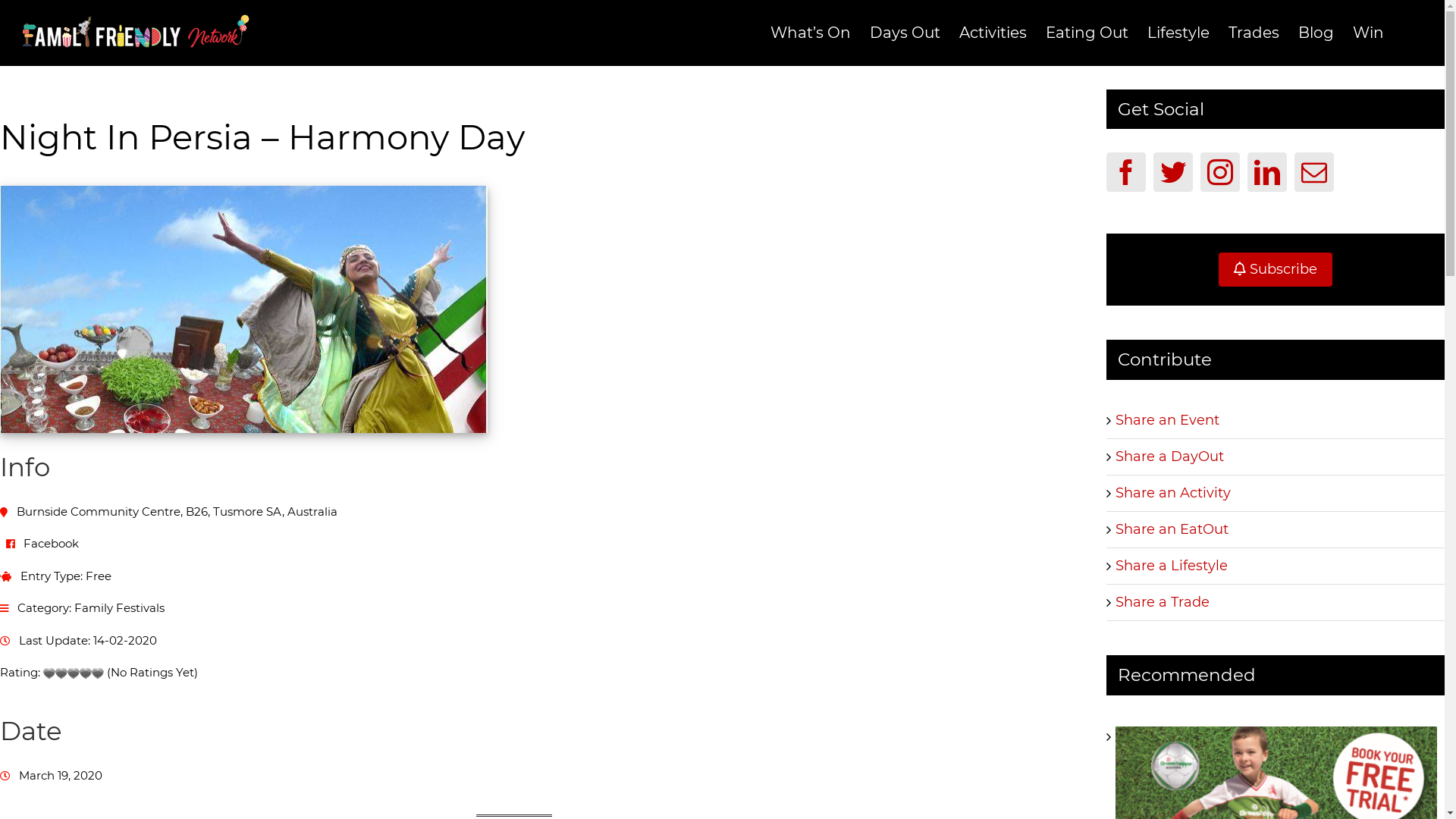 The height and width of the screenshot is (819, 1456). Describe the element at coordinates (1368, 33) in the screenshot. I see `'Win'` at that location.